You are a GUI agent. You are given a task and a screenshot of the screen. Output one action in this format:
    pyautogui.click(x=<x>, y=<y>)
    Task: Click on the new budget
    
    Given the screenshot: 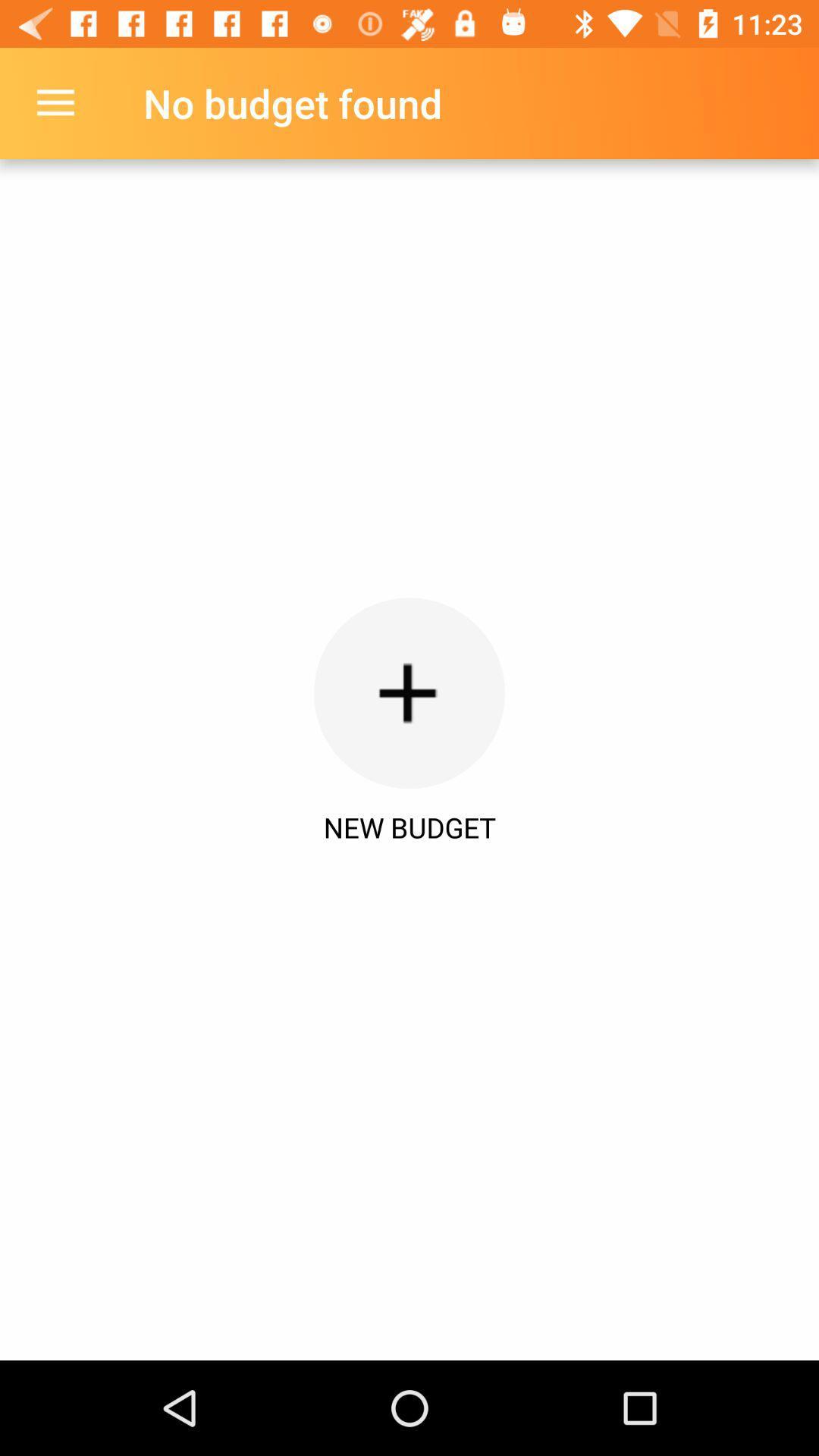 What is the action you would take?
    pyautogui.click(x=409, y=692)
    